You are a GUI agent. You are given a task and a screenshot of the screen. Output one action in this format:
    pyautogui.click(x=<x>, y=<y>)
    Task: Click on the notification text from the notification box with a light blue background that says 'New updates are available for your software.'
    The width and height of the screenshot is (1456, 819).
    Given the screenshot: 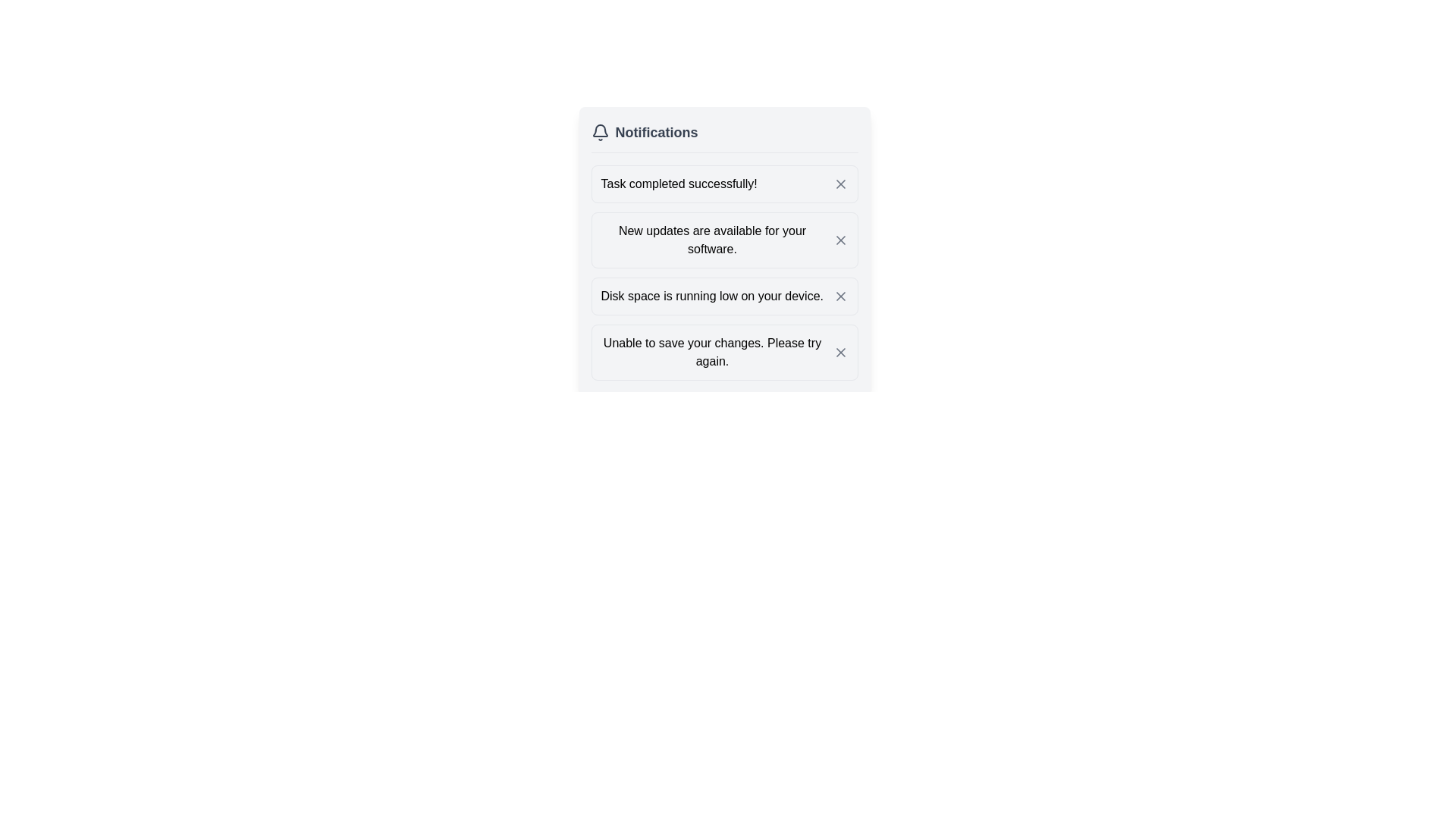 What is the action you would take?
    pyautogui.click(x=723, y=239)
    